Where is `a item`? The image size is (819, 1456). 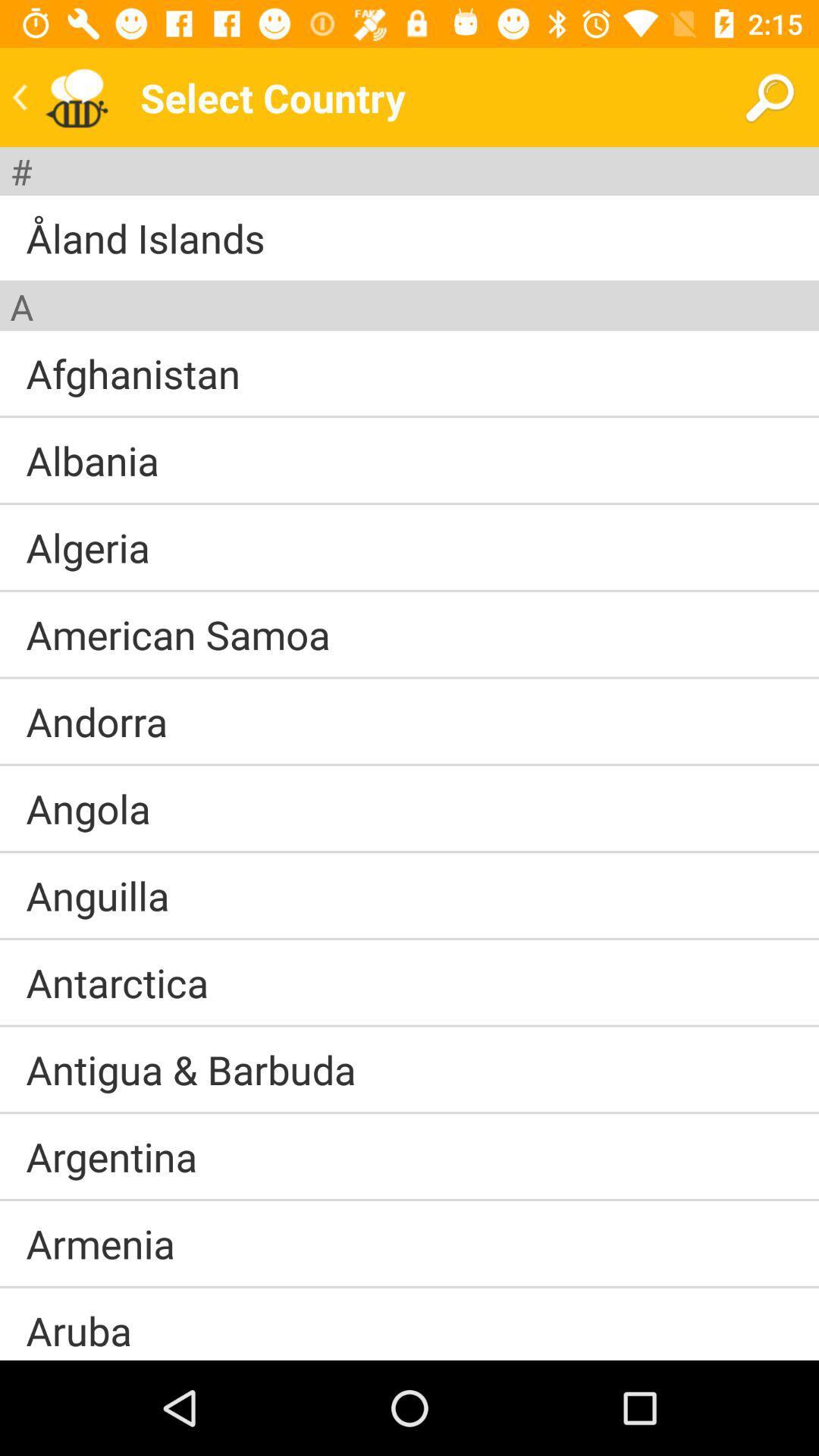 a item is located at coordinates (21, 306).